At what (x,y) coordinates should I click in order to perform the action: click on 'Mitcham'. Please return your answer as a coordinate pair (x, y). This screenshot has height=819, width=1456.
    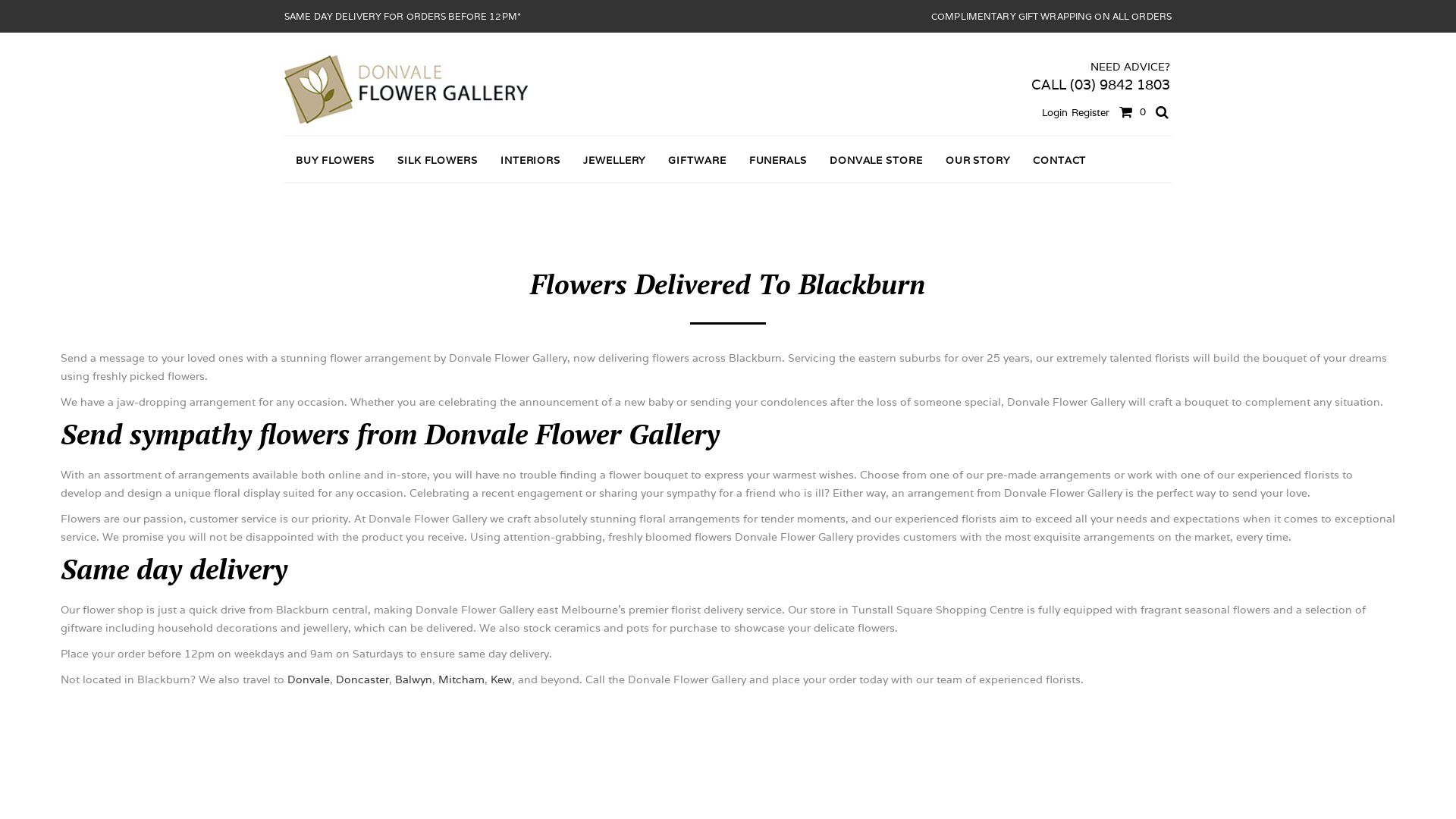
    Looking at the image, I should click on (460, 678).